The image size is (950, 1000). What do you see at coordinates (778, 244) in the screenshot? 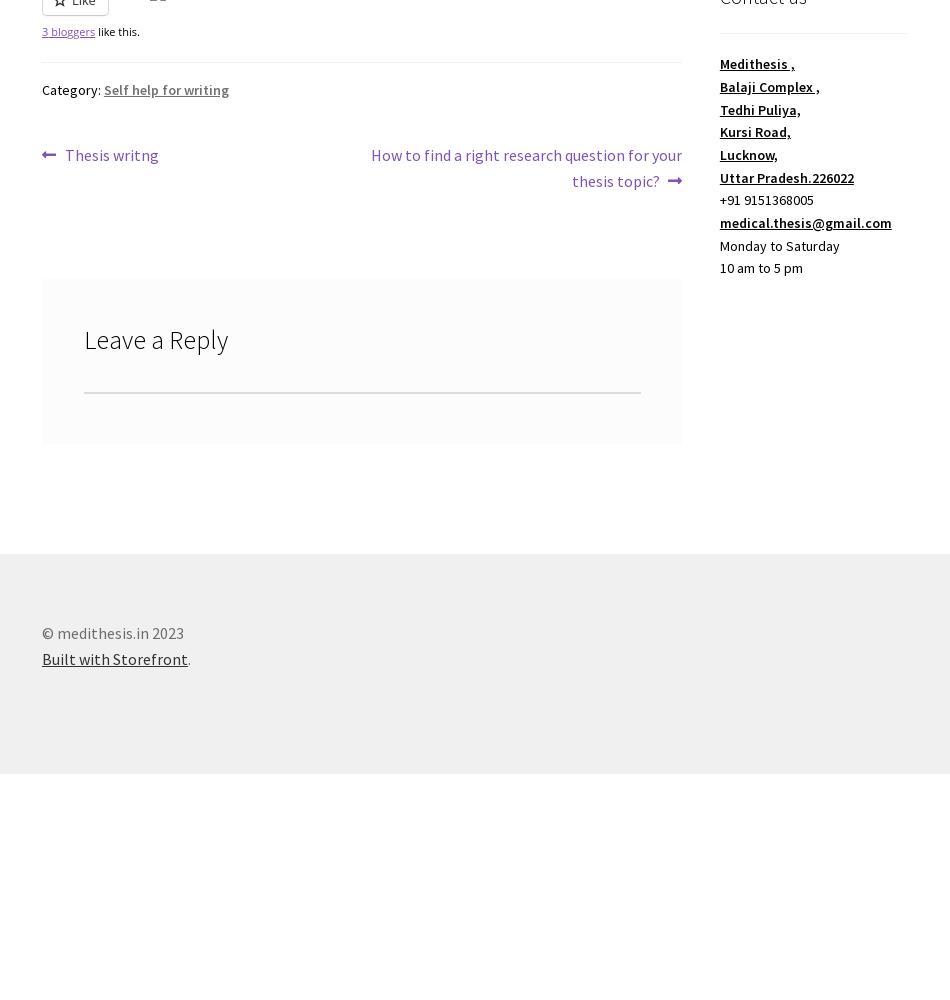
I see `'Monday to Saturday'` at bounding box center [778, 244].